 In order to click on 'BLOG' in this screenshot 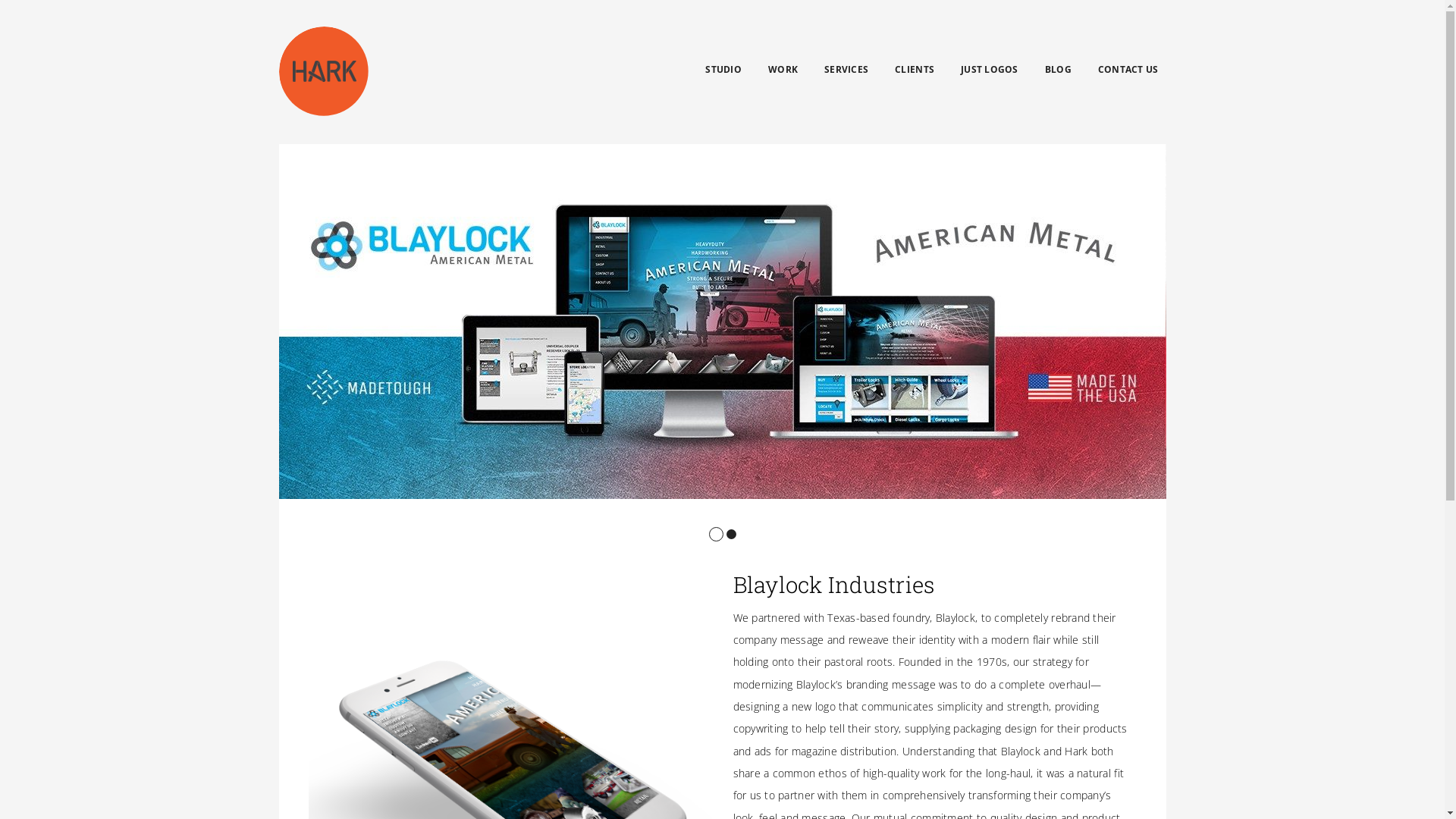, I will do `click(1057, 70)`.